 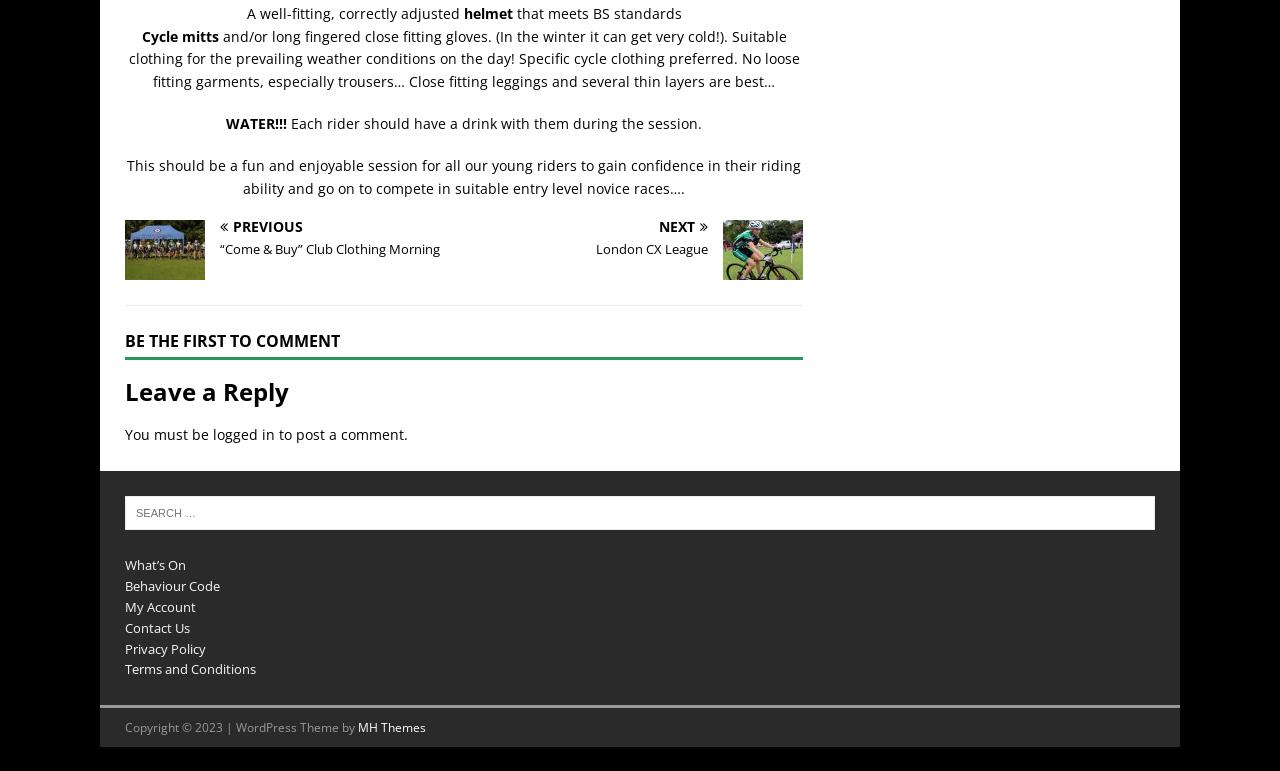 I want to click on 'Privacy Policy', so click(x=165, y=647).